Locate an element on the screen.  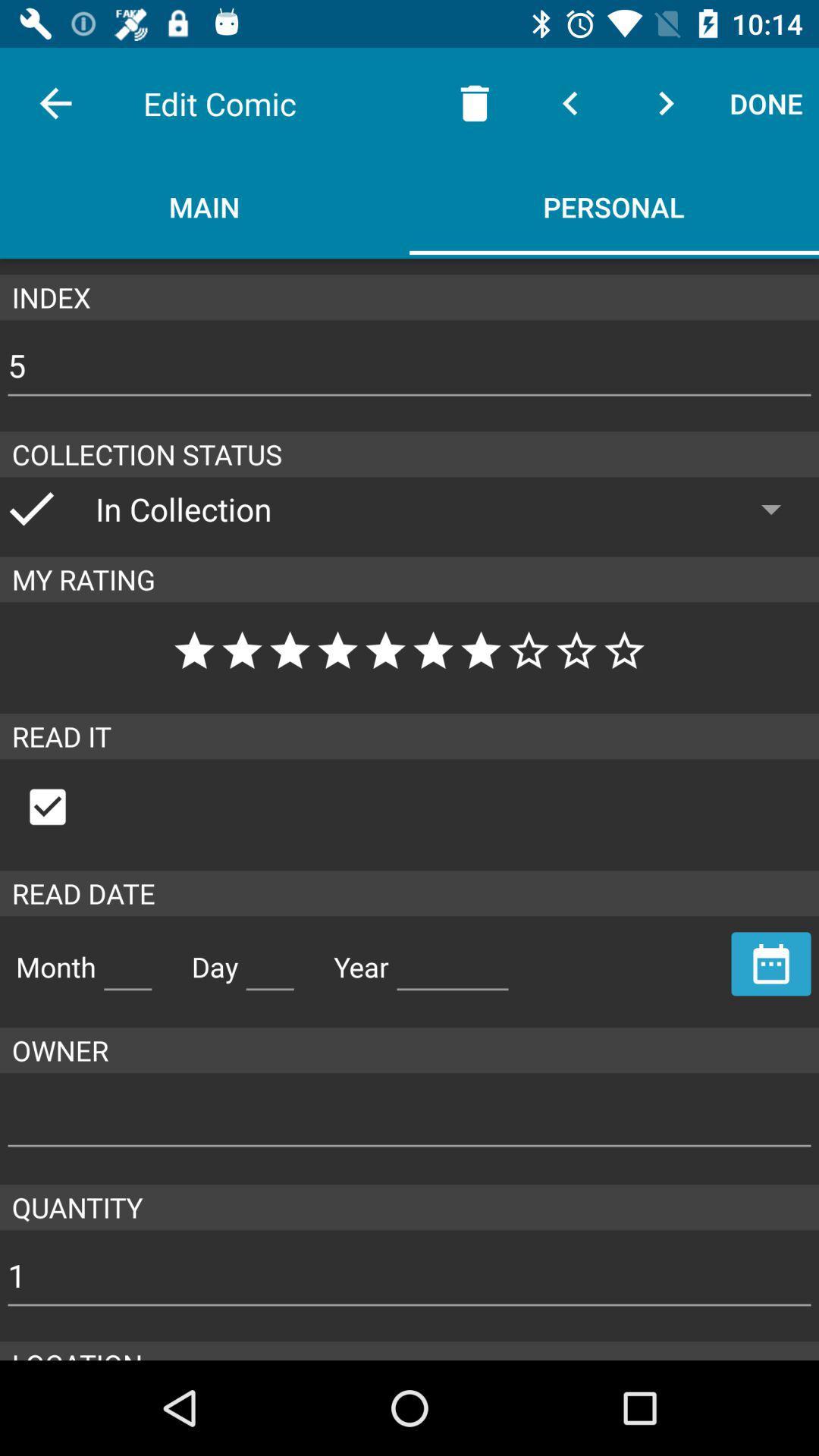
the day of a month is located at coordinates (269, 960).